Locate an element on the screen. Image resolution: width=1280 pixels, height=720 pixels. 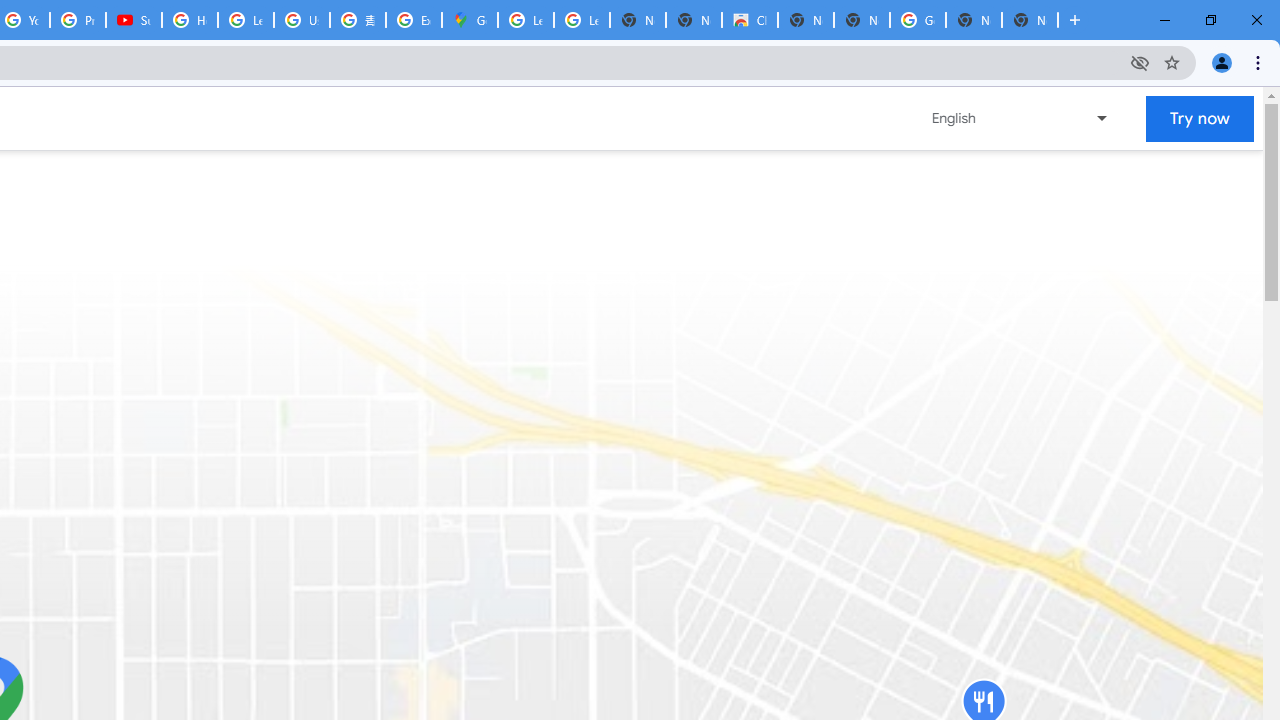
'Change language or region' is located at coordinates (1021, 118).